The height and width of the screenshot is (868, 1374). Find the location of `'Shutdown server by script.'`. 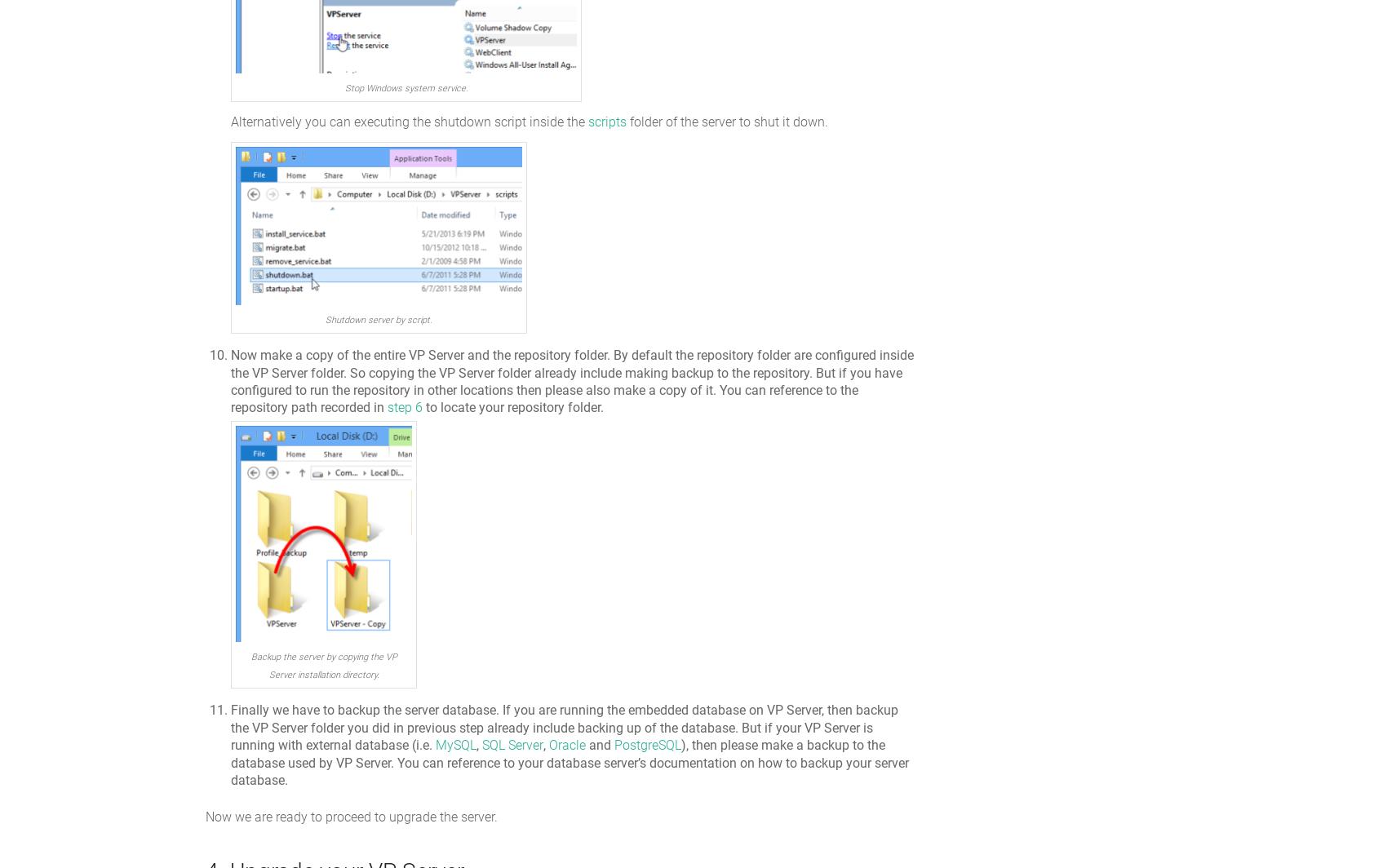

'Shutdown server by script.' is located at coordinates (378, 319).